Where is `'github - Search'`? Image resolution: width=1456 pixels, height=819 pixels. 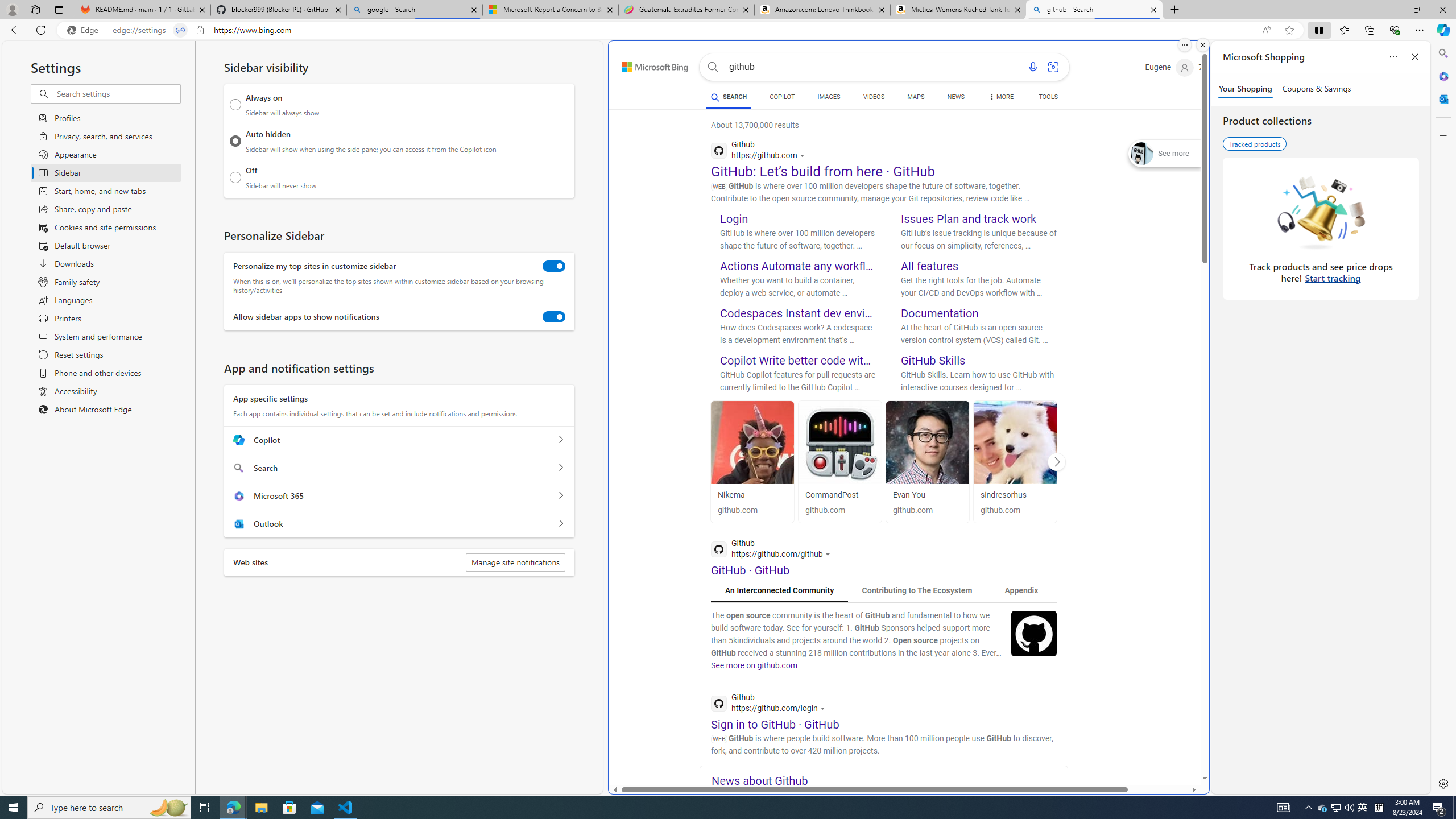 'github - Search' is located at coordinates (1094, 9).